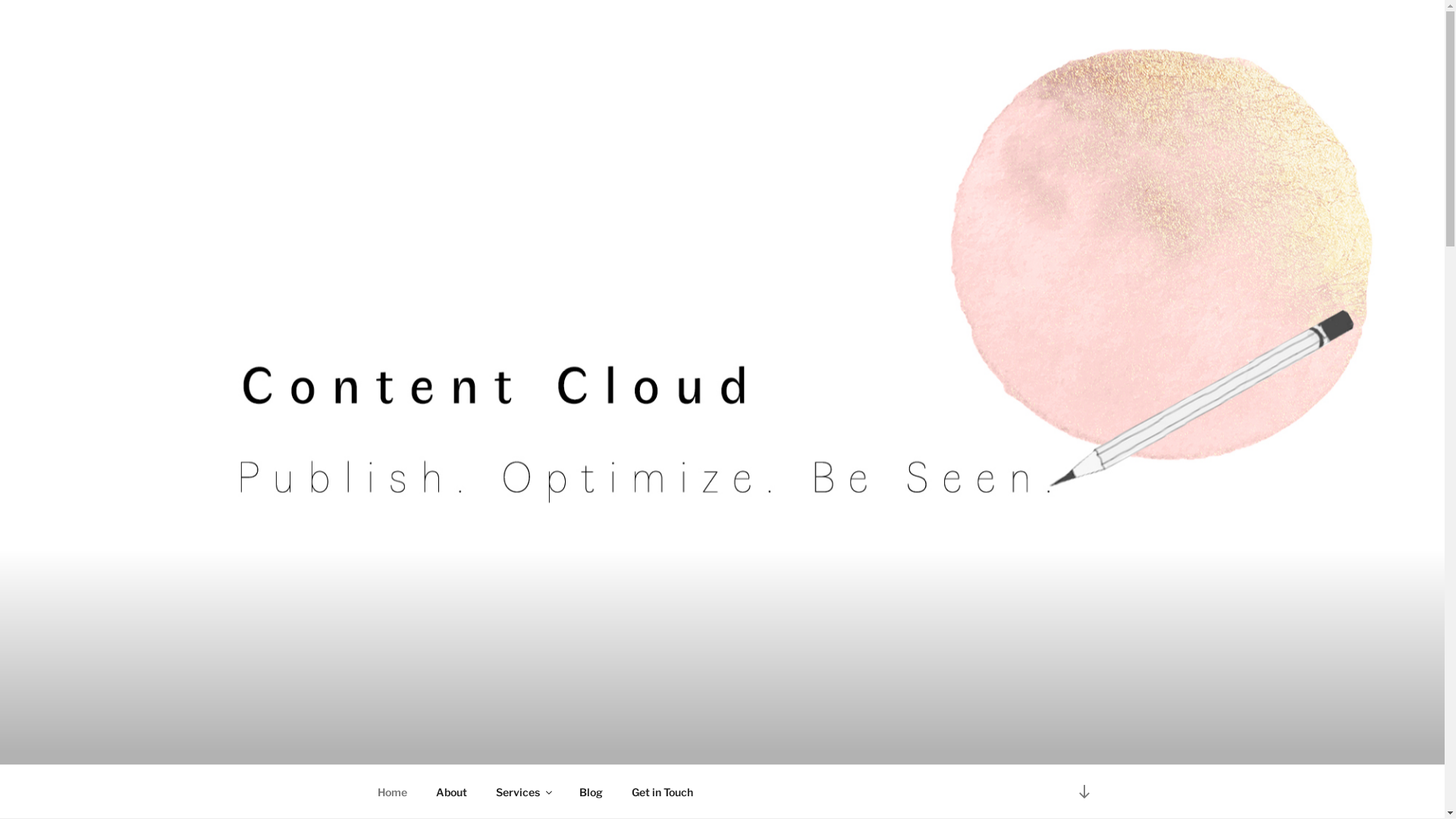 This screenshot has width=1456, height=819. I want to click on 'About', so click(450, 791).